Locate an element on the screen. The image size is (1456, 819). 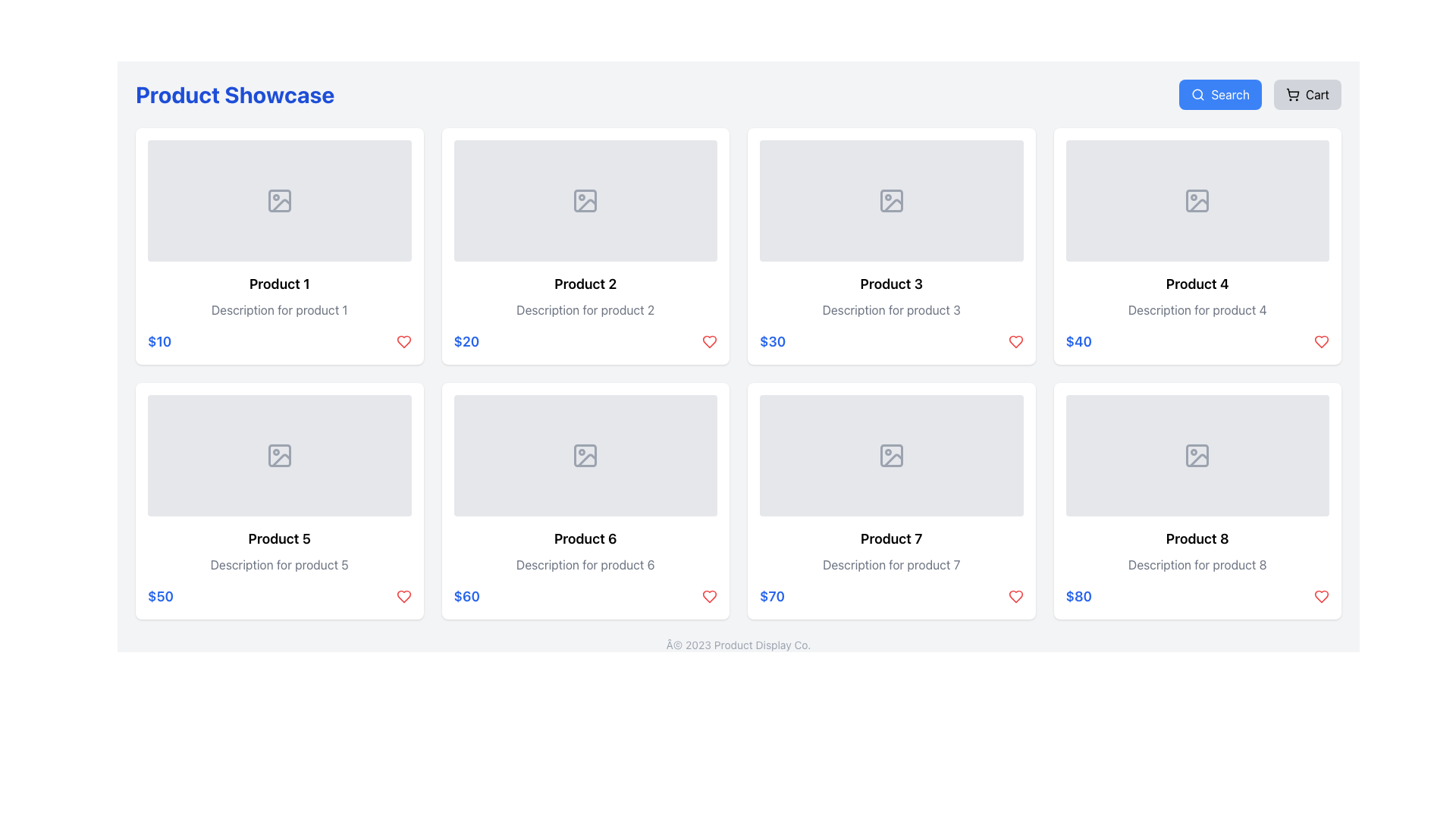
the heart-shaped icon button representing a favorite action located at the bottom-right corner of the card for 'Product 7' is located at coordinates (709, 595).